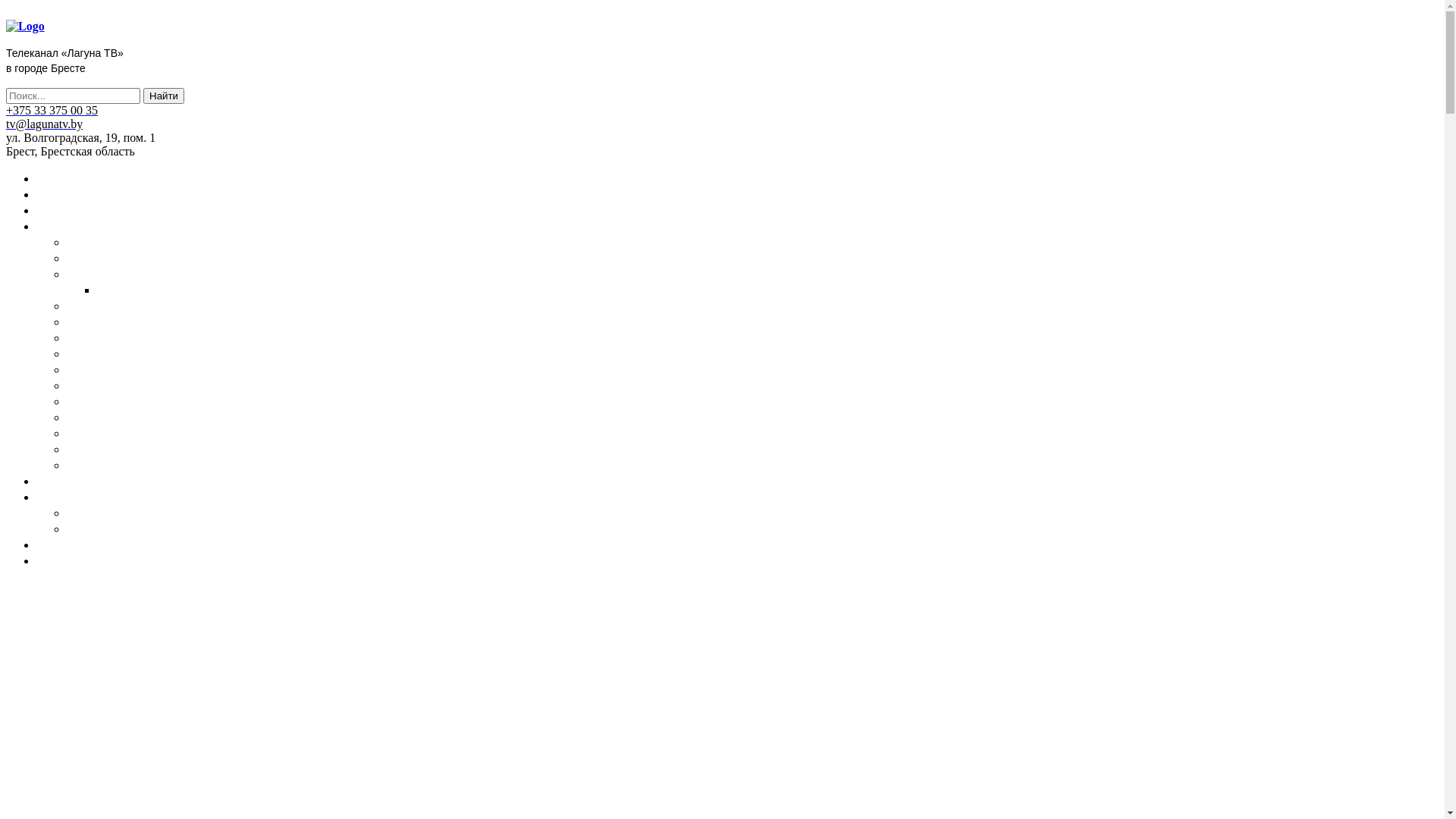 This screenshot has height=819, width=1456. I want to click on '+375 33 375 00 35', so click(52, 109).